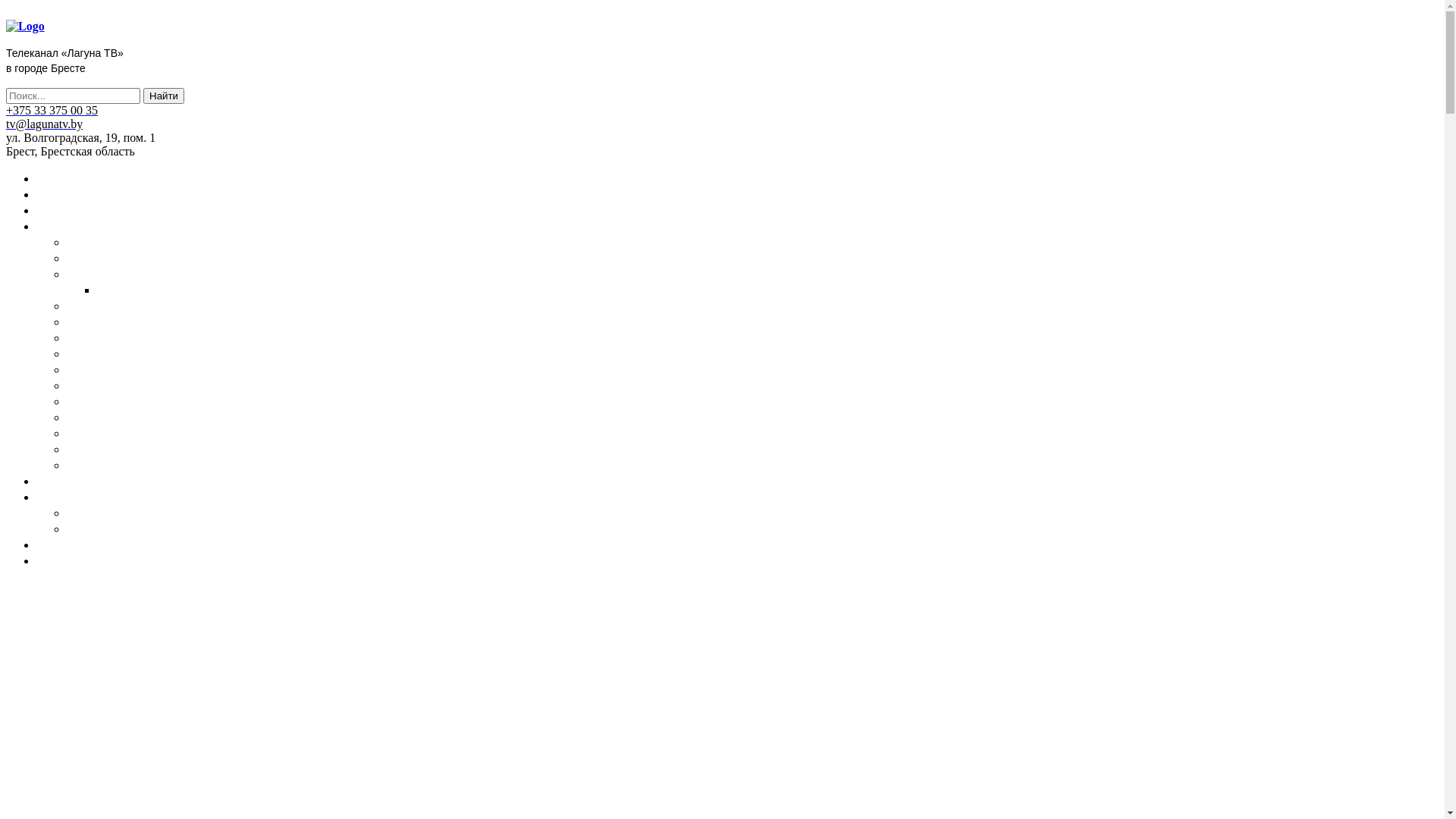 This screenshot has height=819, width=1456. I want to click on '+375 33 375 00 35', so click(52, 109).